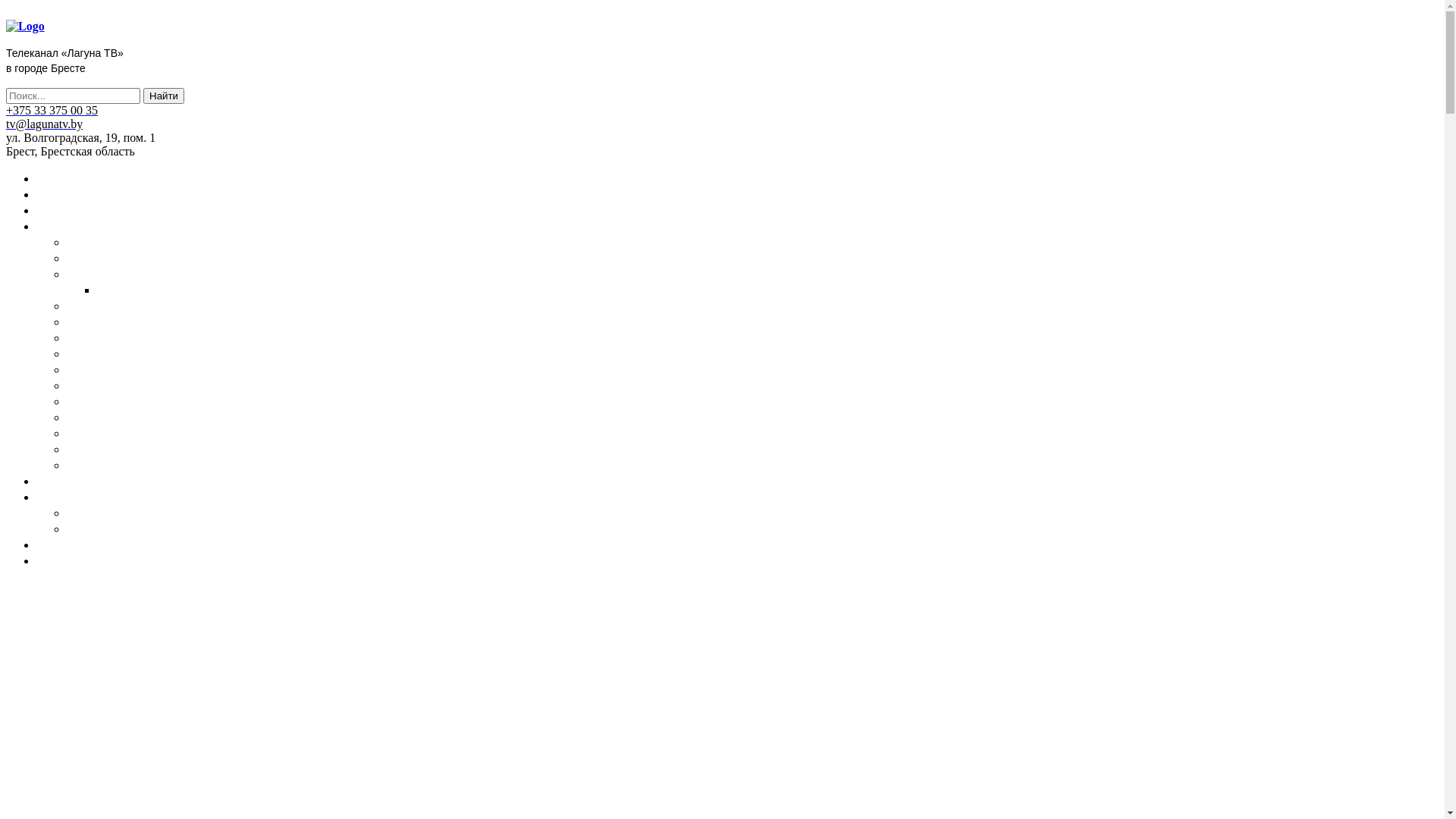 This screenshot has height=819, width=1456. I want to click on '+375 33 375 00 35', so click(52, 109).